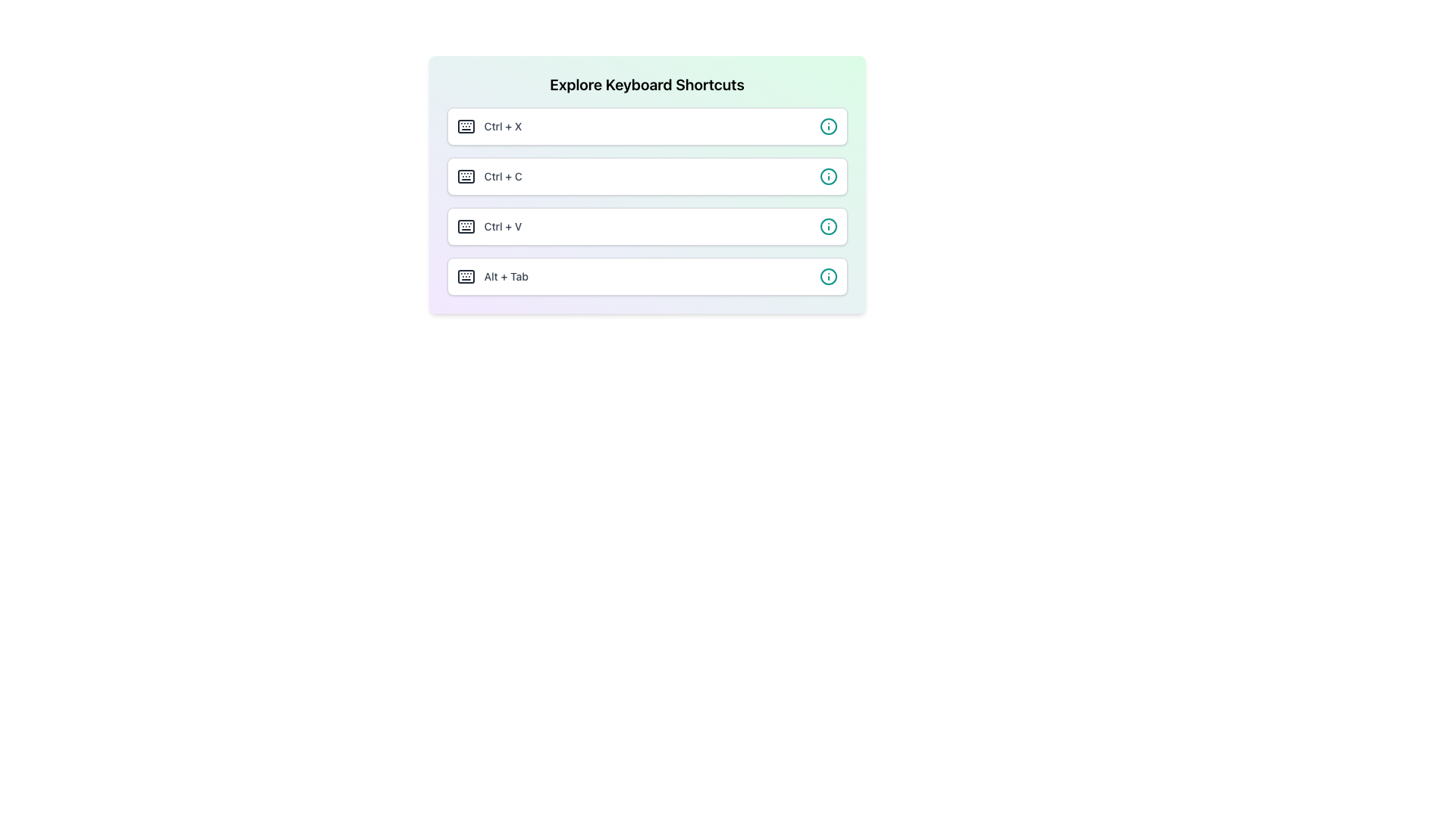 The width and height of the screenshot is (1456, 819). I want to click on the keyboard icon, which has a dark gray outline and represents keyboard keys, located as the leftmost component in the group labeled 'Alt + Tab', so click(465, 277).